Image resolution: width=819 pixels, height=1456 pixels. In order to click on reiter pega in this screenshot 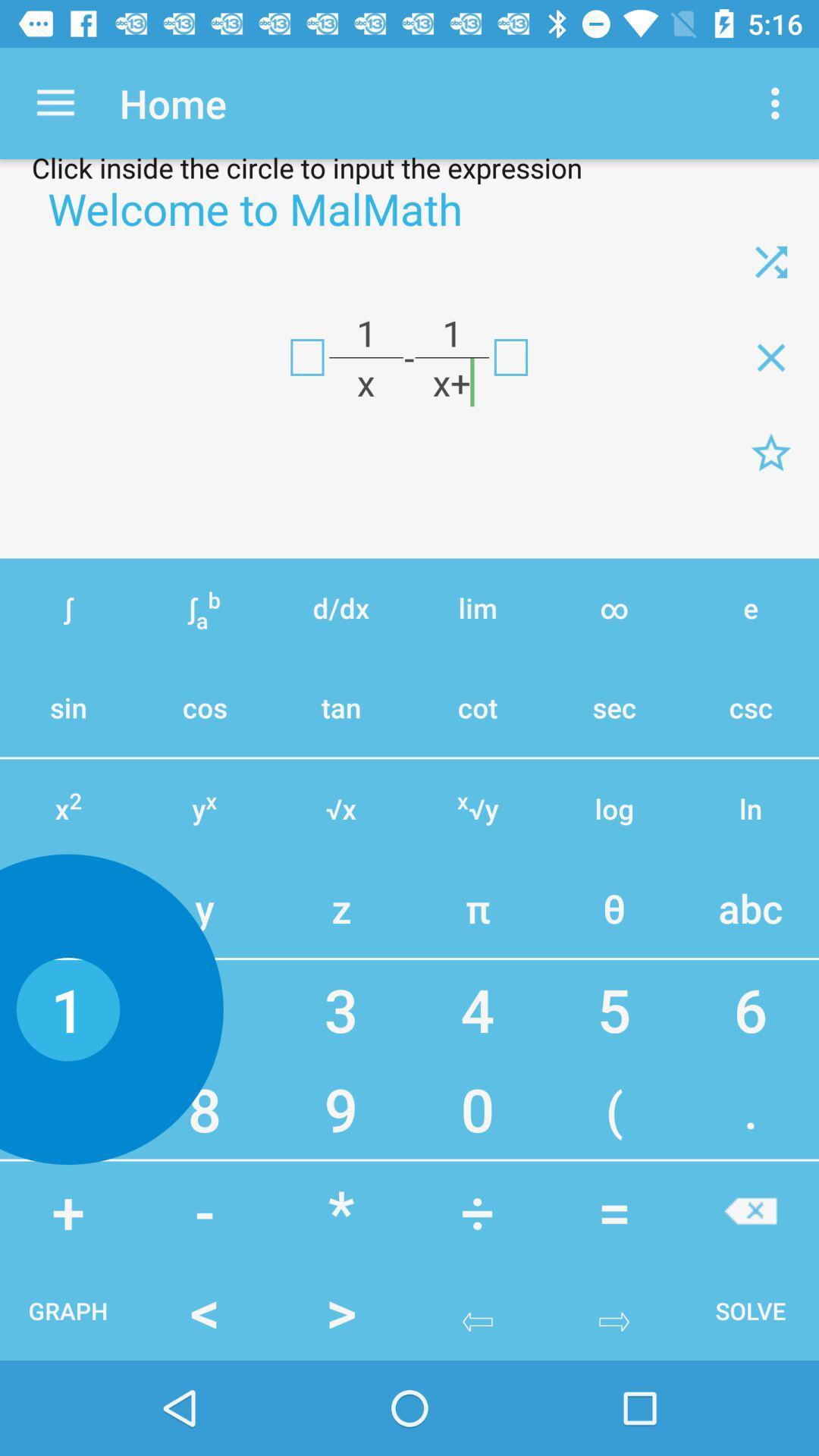, I will do `click(771, 262)`.